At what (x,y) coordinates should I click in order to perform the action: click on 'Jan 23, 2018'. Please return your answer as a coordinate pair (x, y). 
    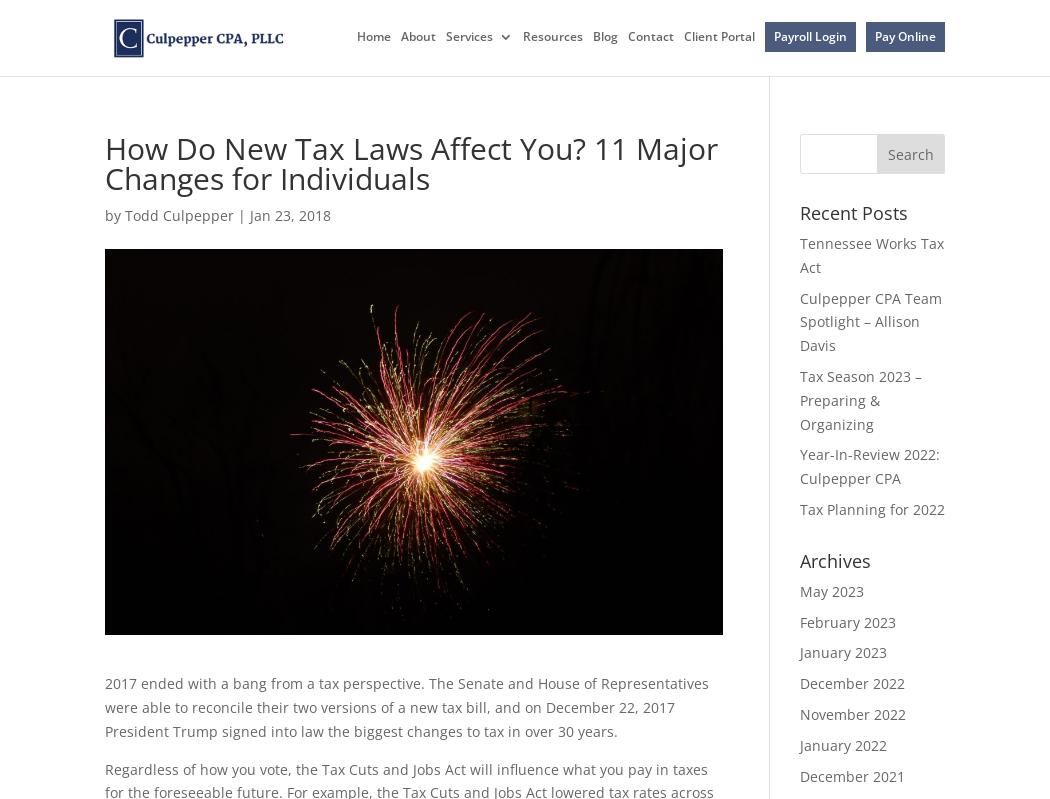
    Looking at the image, I should click on (289, 215).